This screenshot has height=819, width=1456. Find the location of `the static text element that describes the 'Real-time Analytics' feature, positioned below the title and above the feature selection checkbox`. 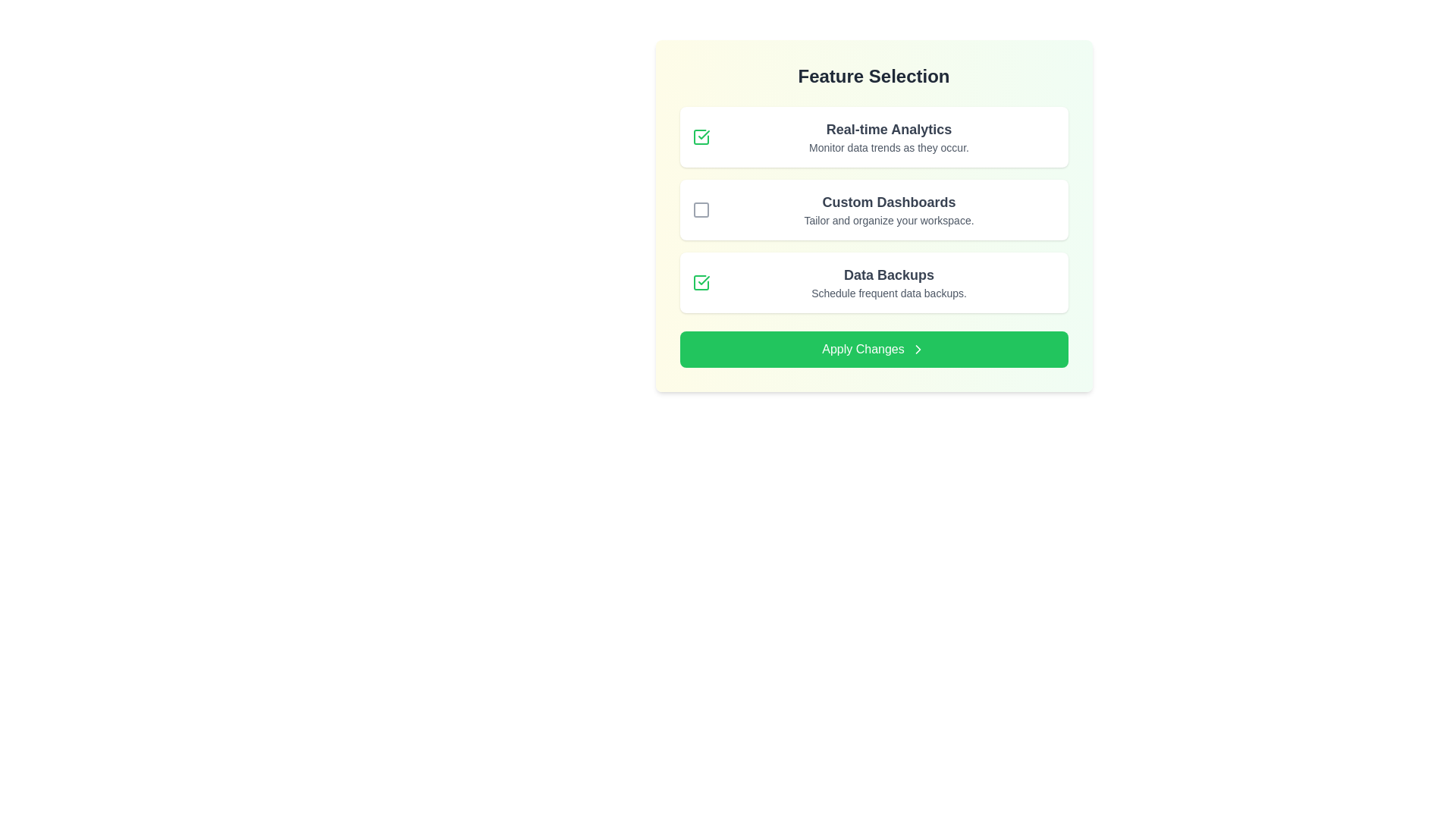

the static text element that describes the 'Real-time Analytics' feature, positioned below the title and above the feature selection checkbox is located at coordinates (889, 148).